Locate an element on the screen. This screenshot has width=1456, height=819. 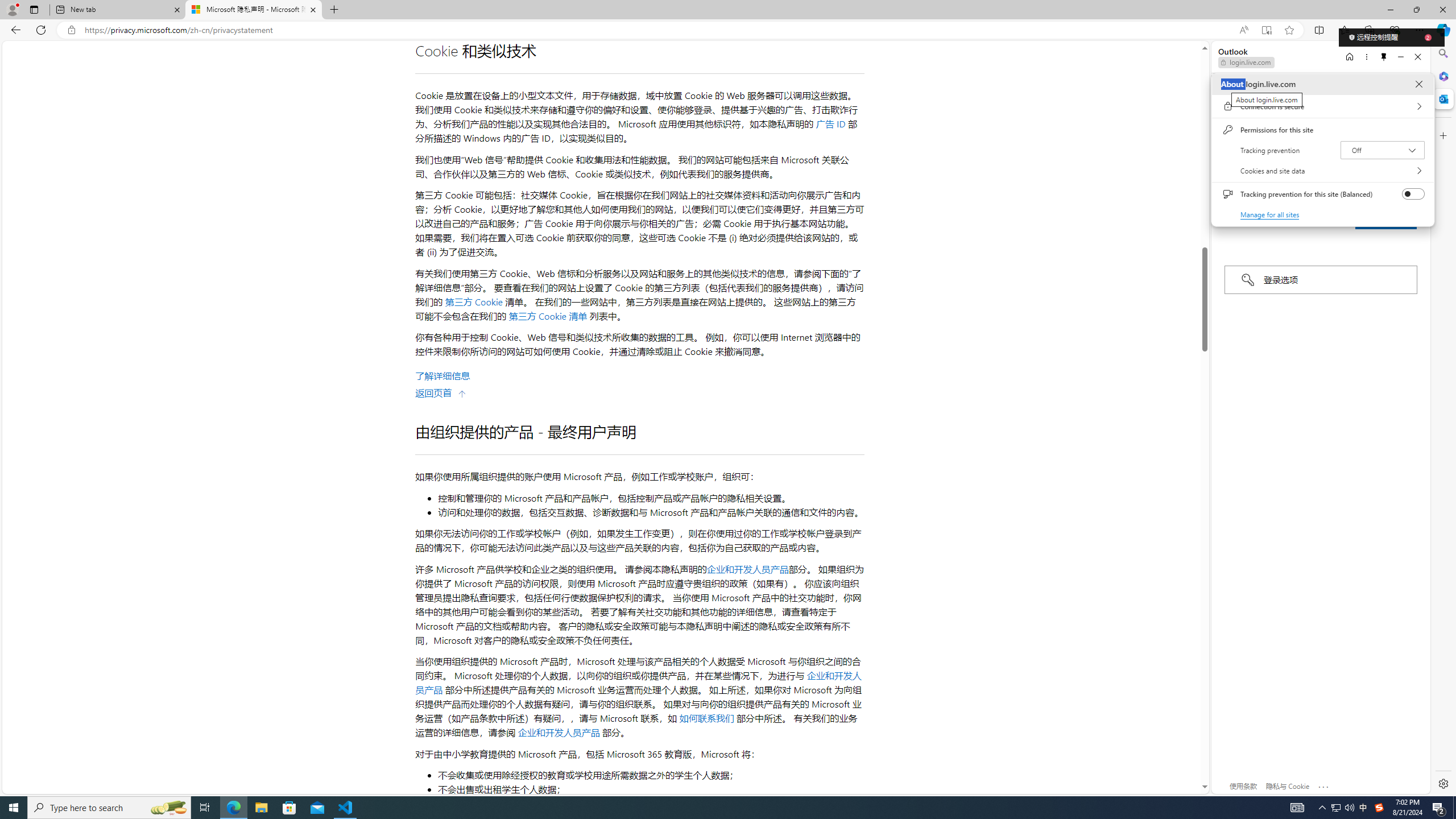
'Cookies and site data' is located at coordinates (1322, 170).